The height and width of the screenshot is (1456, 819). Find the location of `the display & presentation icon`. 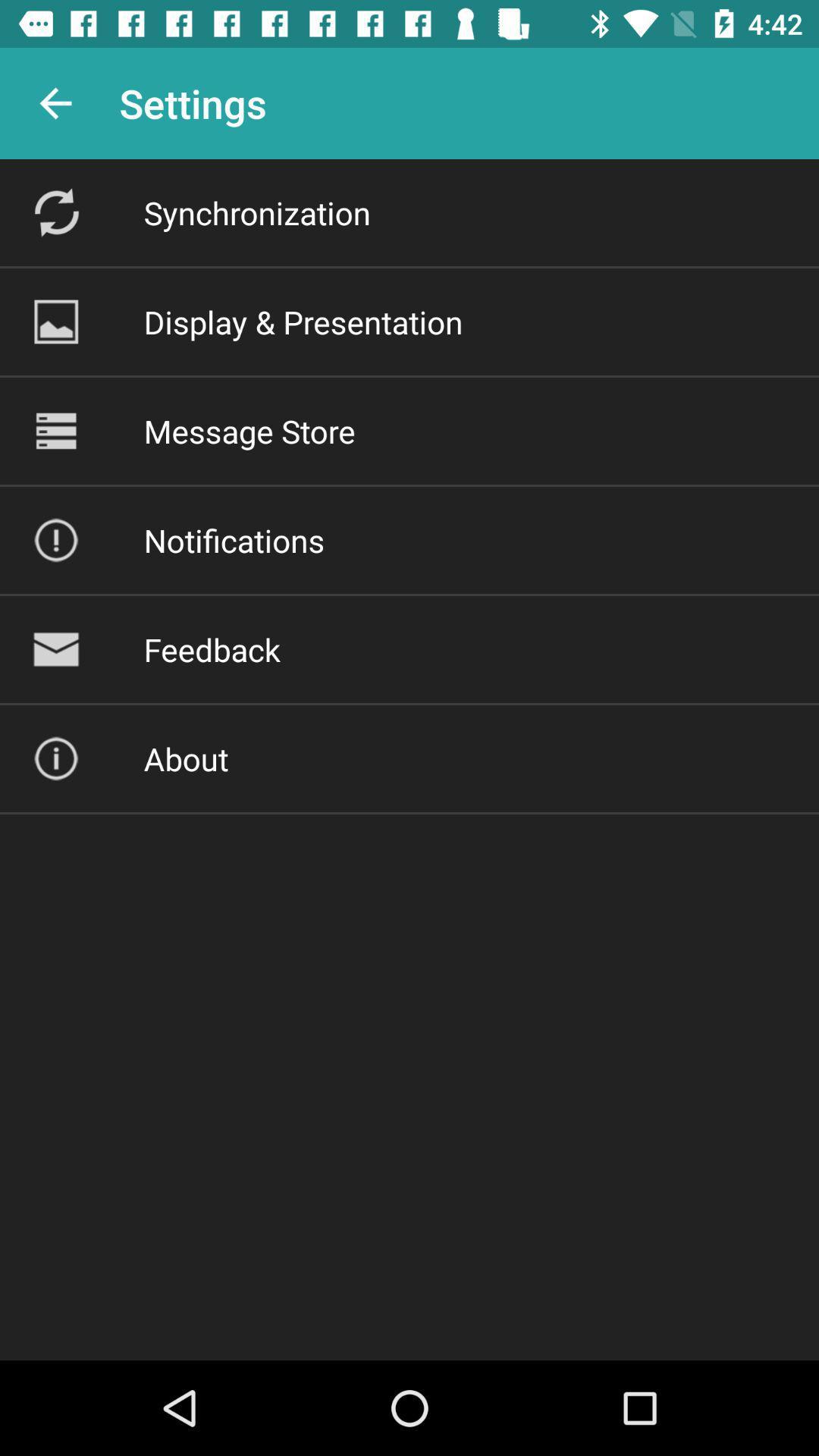

the display & presentation icon is located at coordinates (303, 321).